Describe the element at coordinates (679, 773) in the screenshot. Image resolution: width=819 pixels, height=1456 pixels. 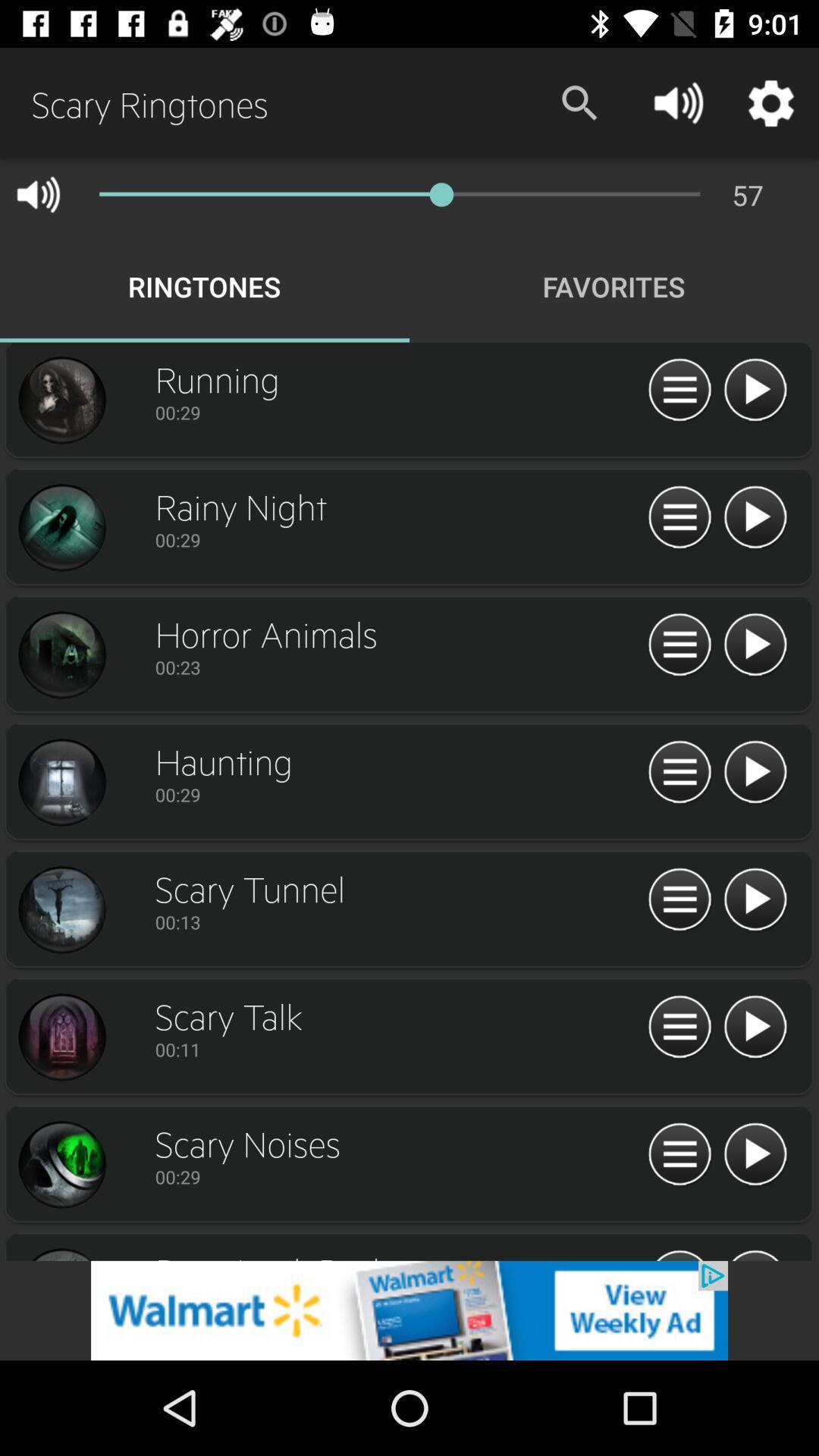
I see `click pause button` at that location.